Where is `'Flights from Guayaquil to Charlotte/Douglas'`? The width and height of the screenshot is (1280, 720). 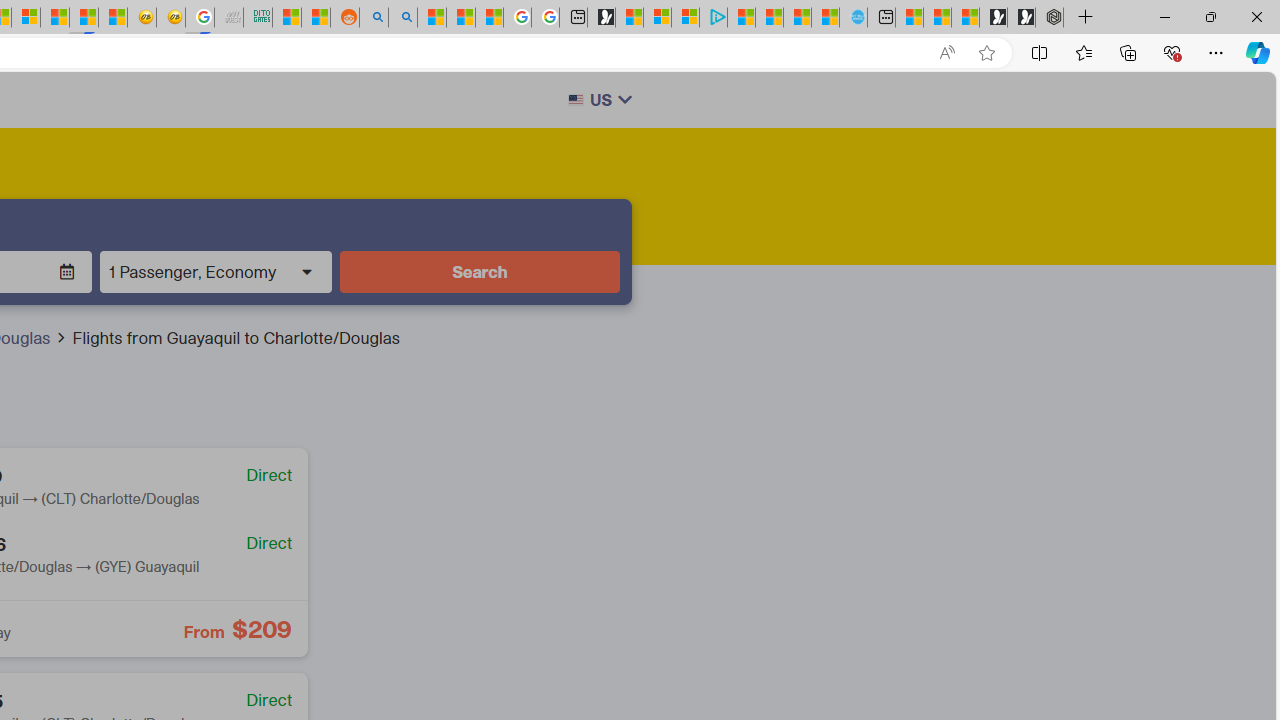 'Flights from Guayaquil to Charlotte/Douglas' is located at coordinates (235, 337).